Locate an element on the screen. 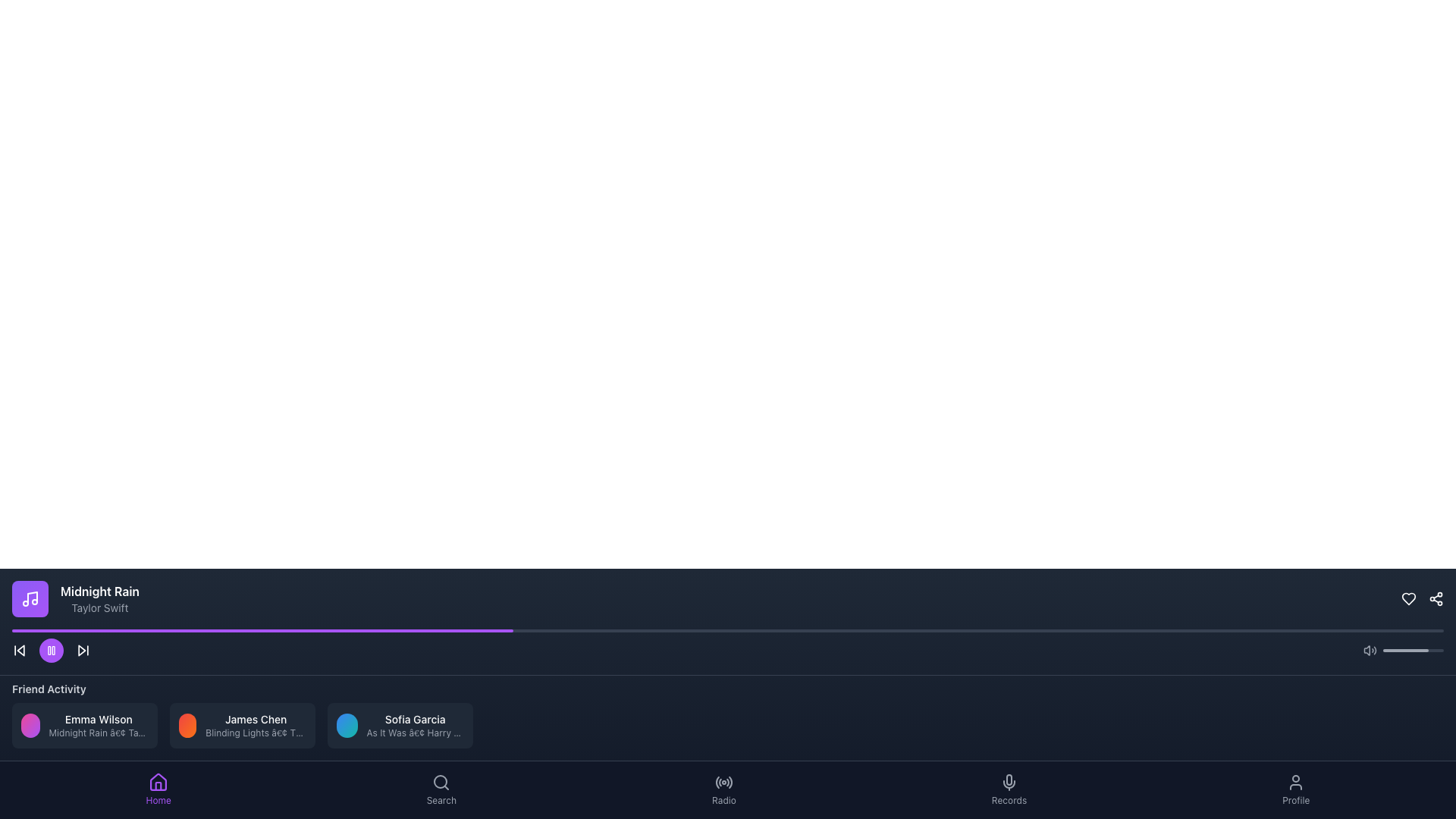  the static text label displaying 'Midnight Rain' in bold, located in the bottom-left region of the music player interface is located at coordinates (99, 590).